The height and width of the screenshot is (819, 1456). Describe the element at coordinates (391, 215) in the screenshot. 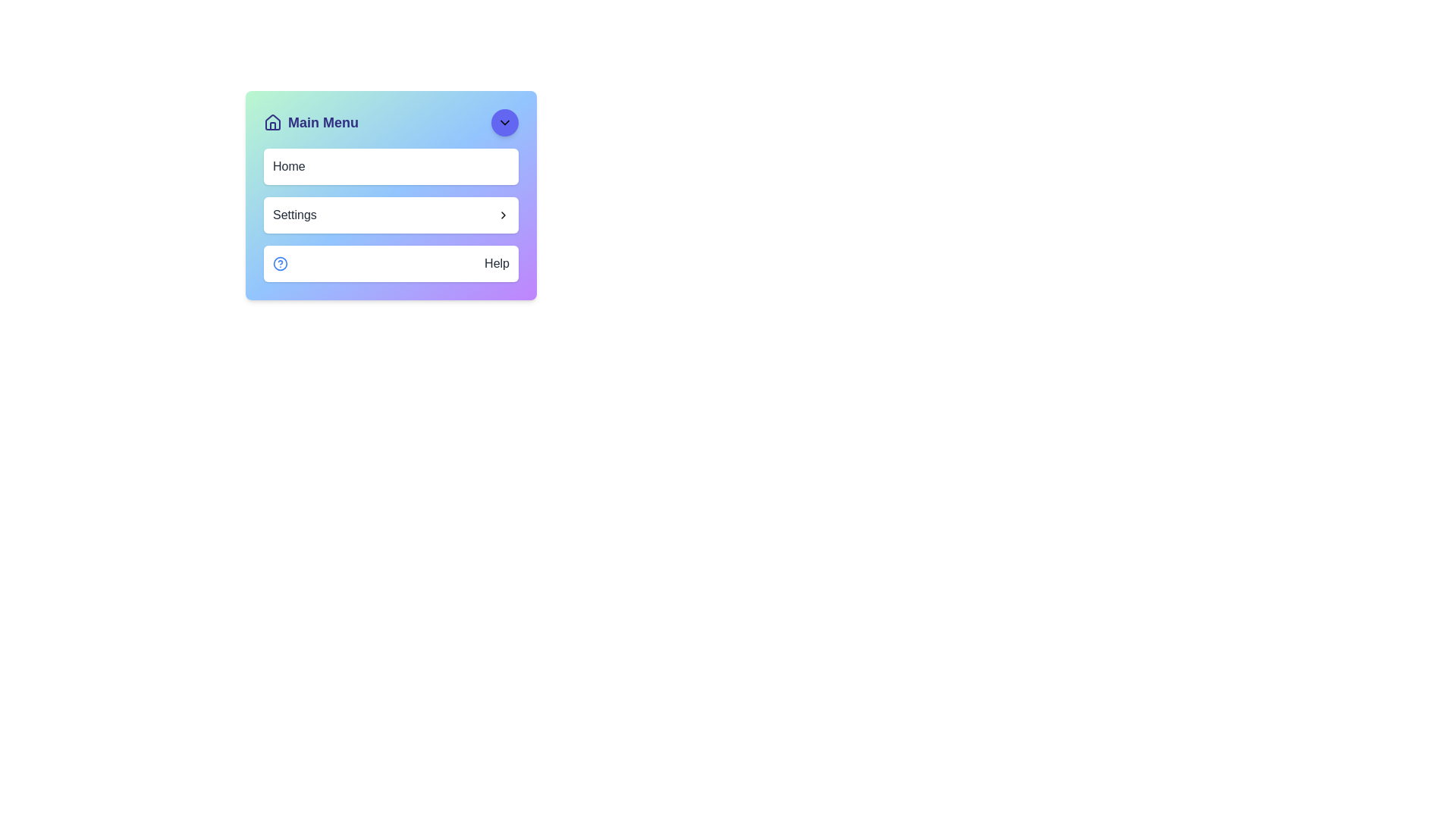

I see `the 'Settings' menu item, which has a white background, rounded corners, and shadow effect` at that location.